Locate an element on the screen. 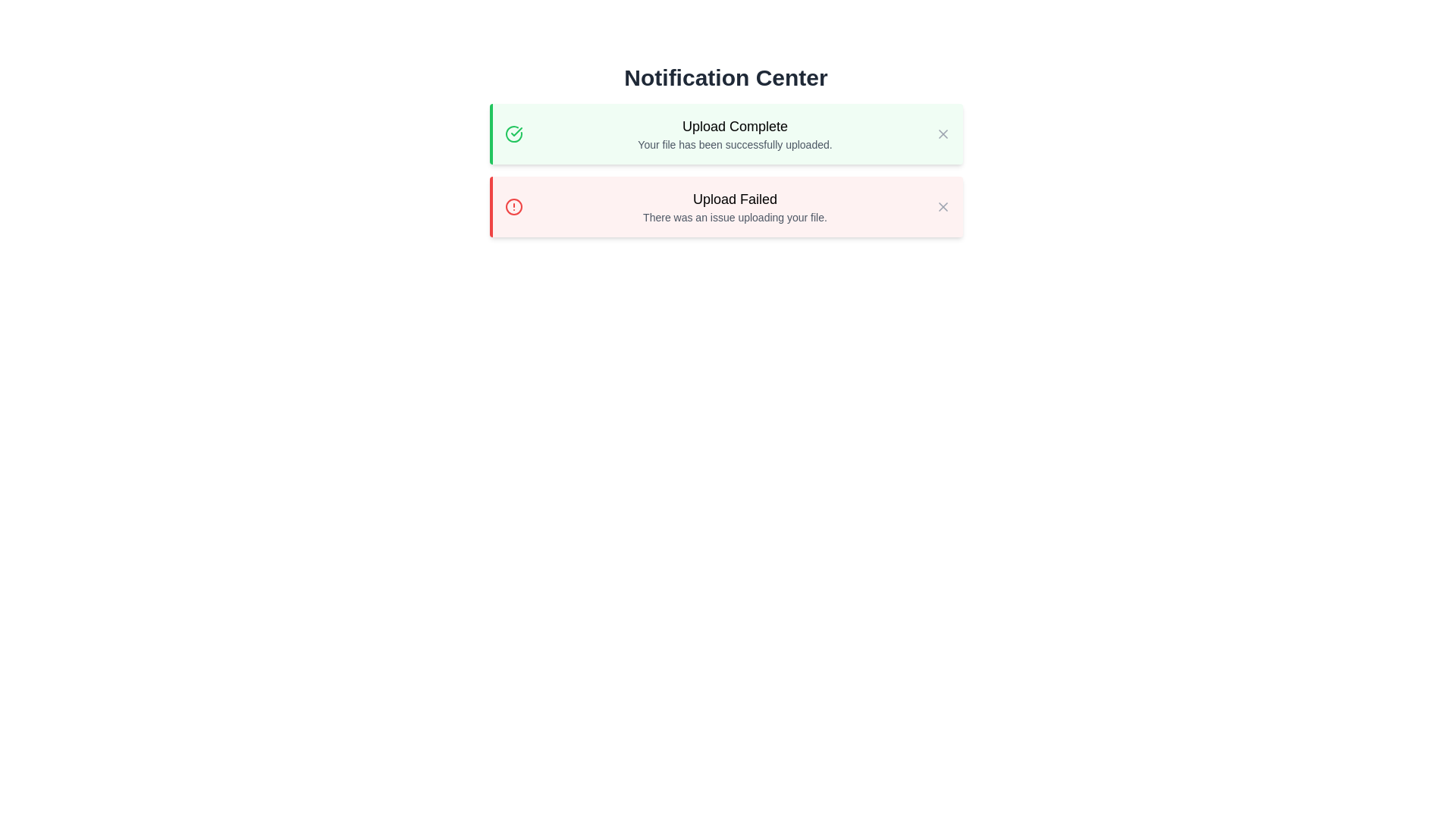 The image size is (1456, 819). the close button located in the top-right corner of the 'Upload Failed' notification to change its color is located at coordinates (942, 207).